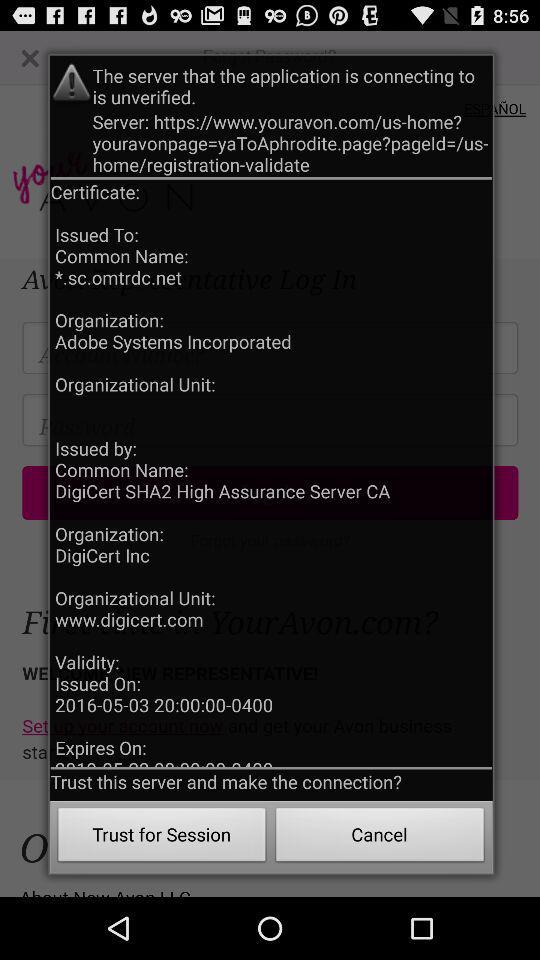 This screenshot has width=540, height=960. Describe the element at coordinates (380, 837) in the screenshot. I see `icon below the trust this server` at that location.